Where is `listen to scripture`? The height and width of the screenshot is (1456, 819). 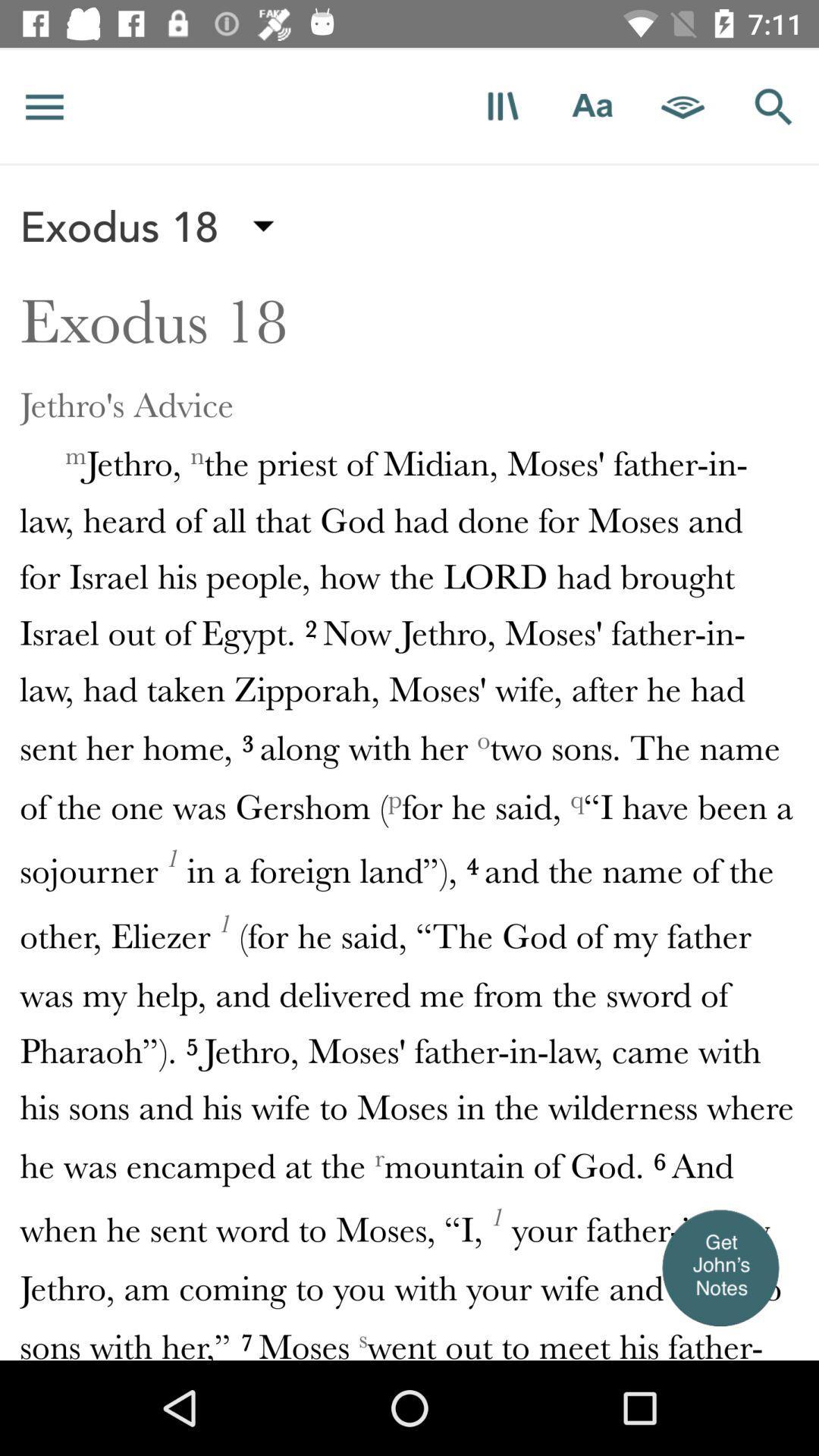
listen to scripture is located at coordinates (683, 105).